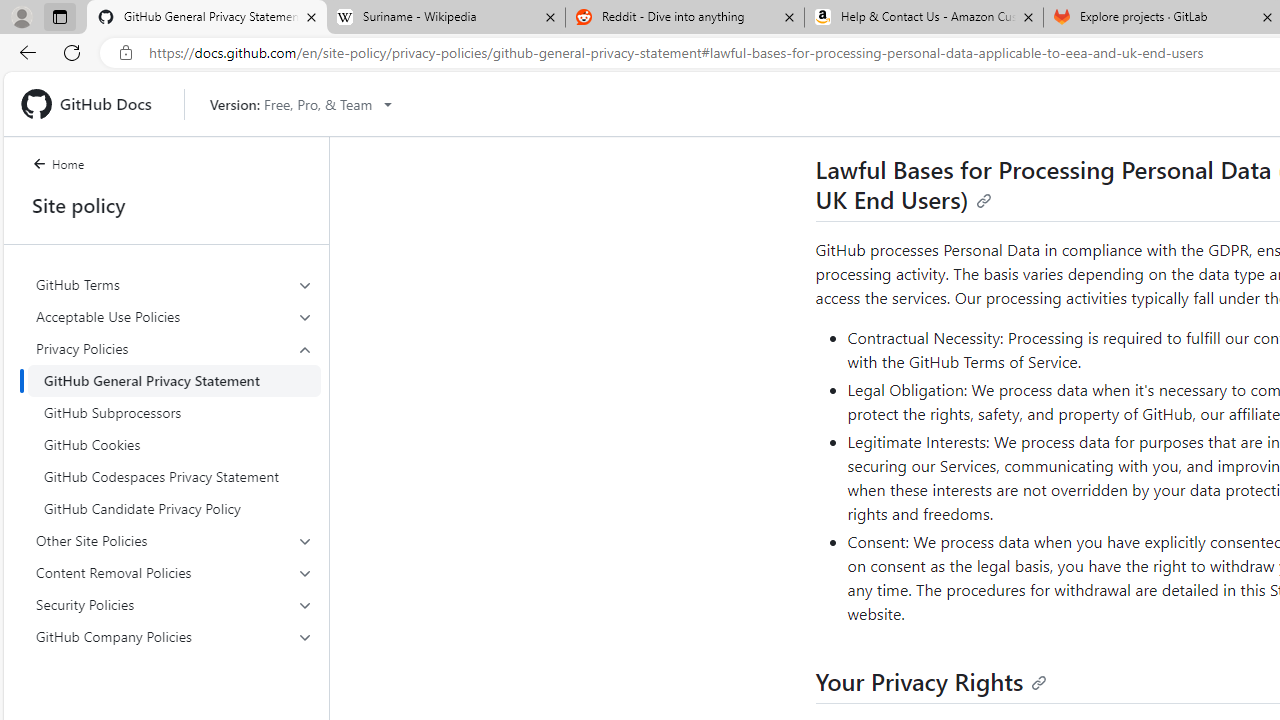 This screenshot has height=720, width=1280. What do you see at coordinates (174, 603) in the screenshot?
I see `'Security Policies'` at bounding box center [174, 603].